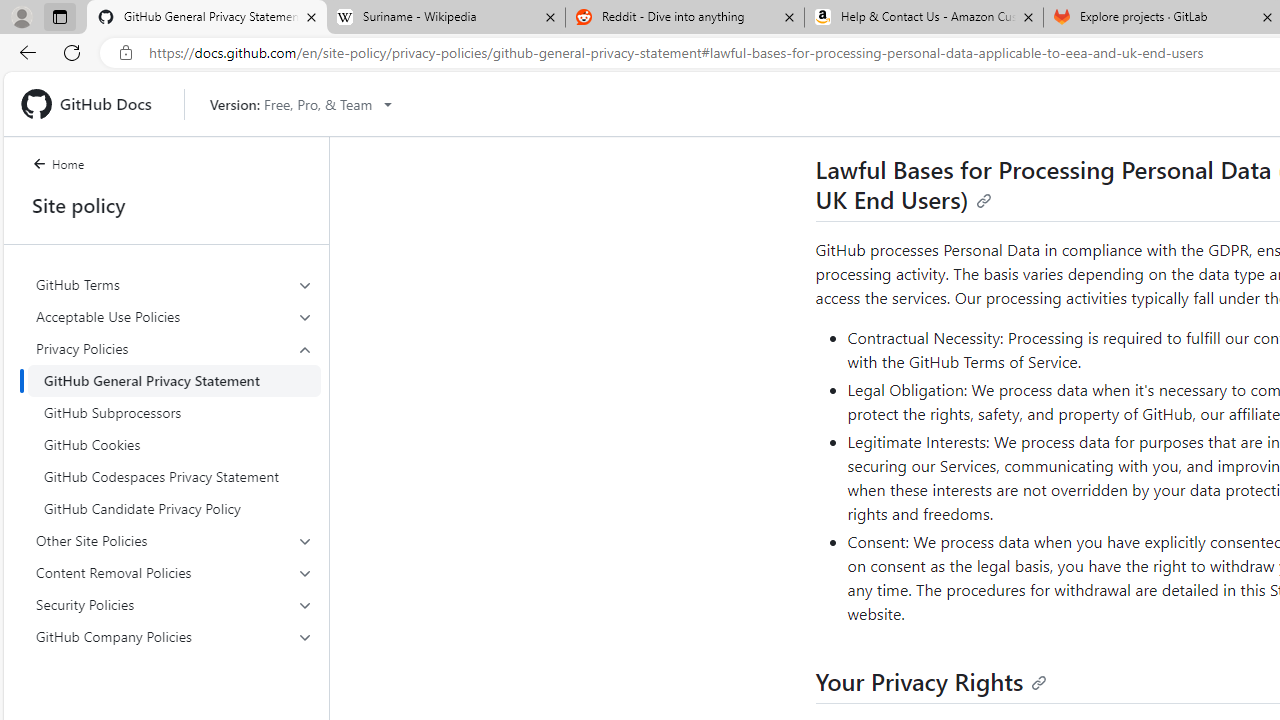 This screenshot has height=720, width=1280. What do you see at coordinates (174, 603) in the screenshot?
I see `'Security Policies'` at bounding box center [174, 603].